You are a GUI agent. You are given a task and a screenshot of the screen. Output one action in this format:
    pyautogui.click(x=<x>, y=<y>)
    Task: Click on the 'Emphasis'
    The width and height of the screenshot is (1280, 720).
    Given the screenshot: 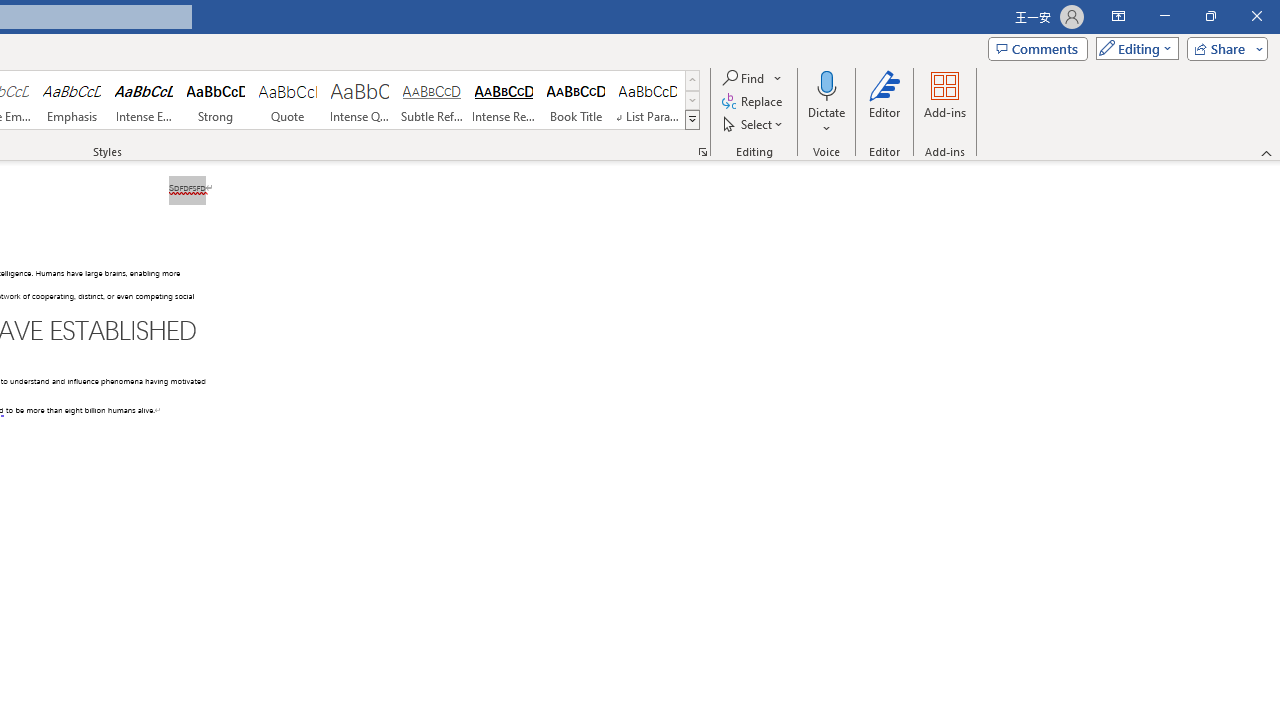 What is the action you would take?
    pyautogui.click(x=71, y=100)
    